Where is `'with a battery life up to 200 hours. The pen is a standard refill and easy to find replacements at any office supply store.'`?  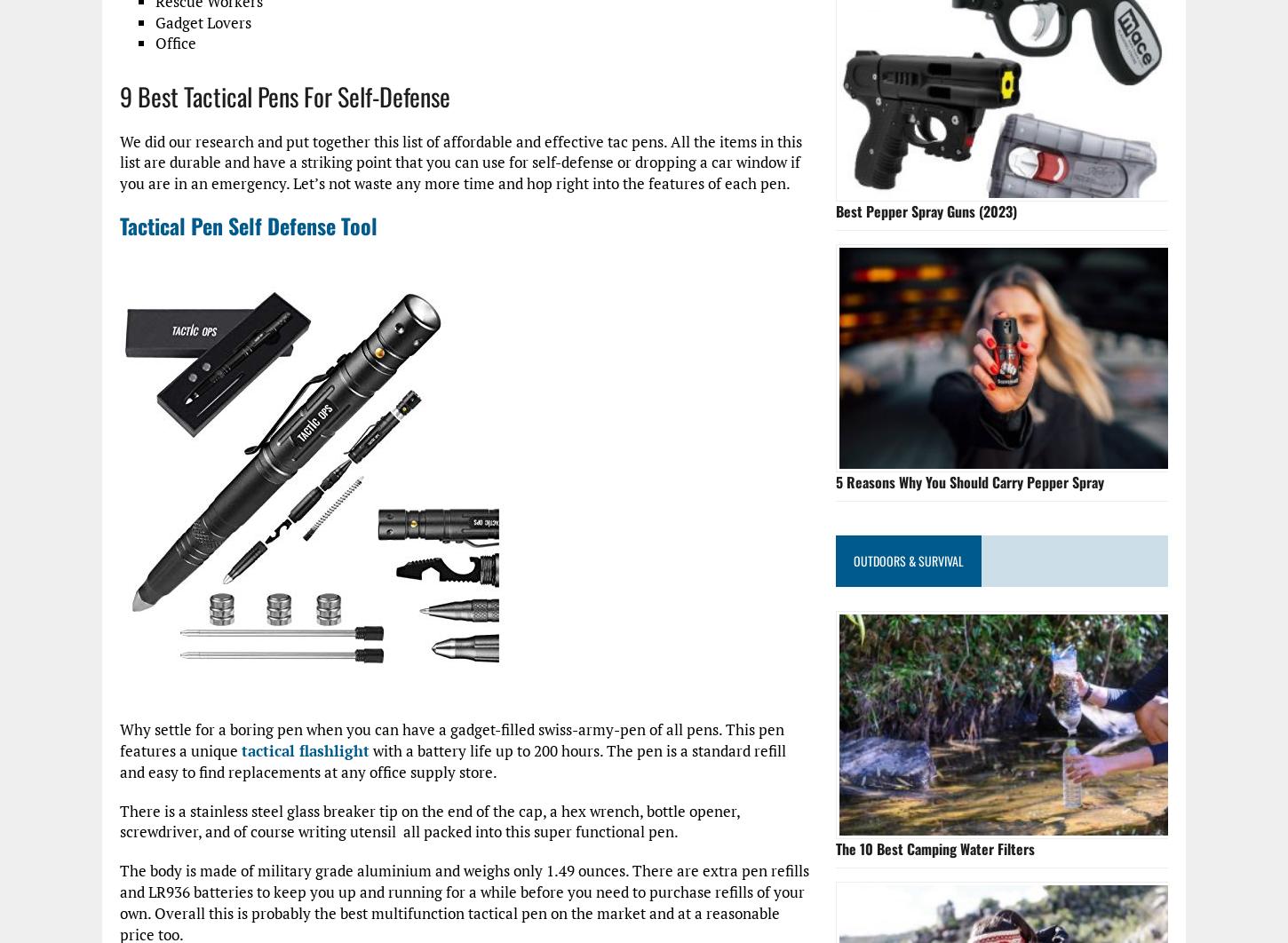
'with a battery life up to 200 hours. The pen is a standard refill and easy to find replacements at any office supply store.' is located at coordinates (452, 760).